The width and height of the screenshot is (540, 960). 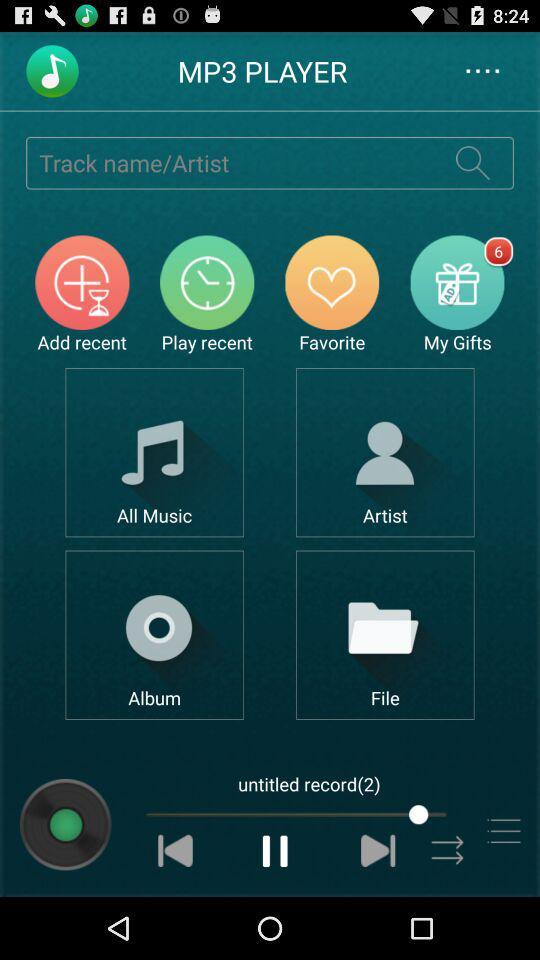 What do you see at coordinates (228, 161) in the screenshot?
I see `search for track name or artist` at bounding box center [228, 161].